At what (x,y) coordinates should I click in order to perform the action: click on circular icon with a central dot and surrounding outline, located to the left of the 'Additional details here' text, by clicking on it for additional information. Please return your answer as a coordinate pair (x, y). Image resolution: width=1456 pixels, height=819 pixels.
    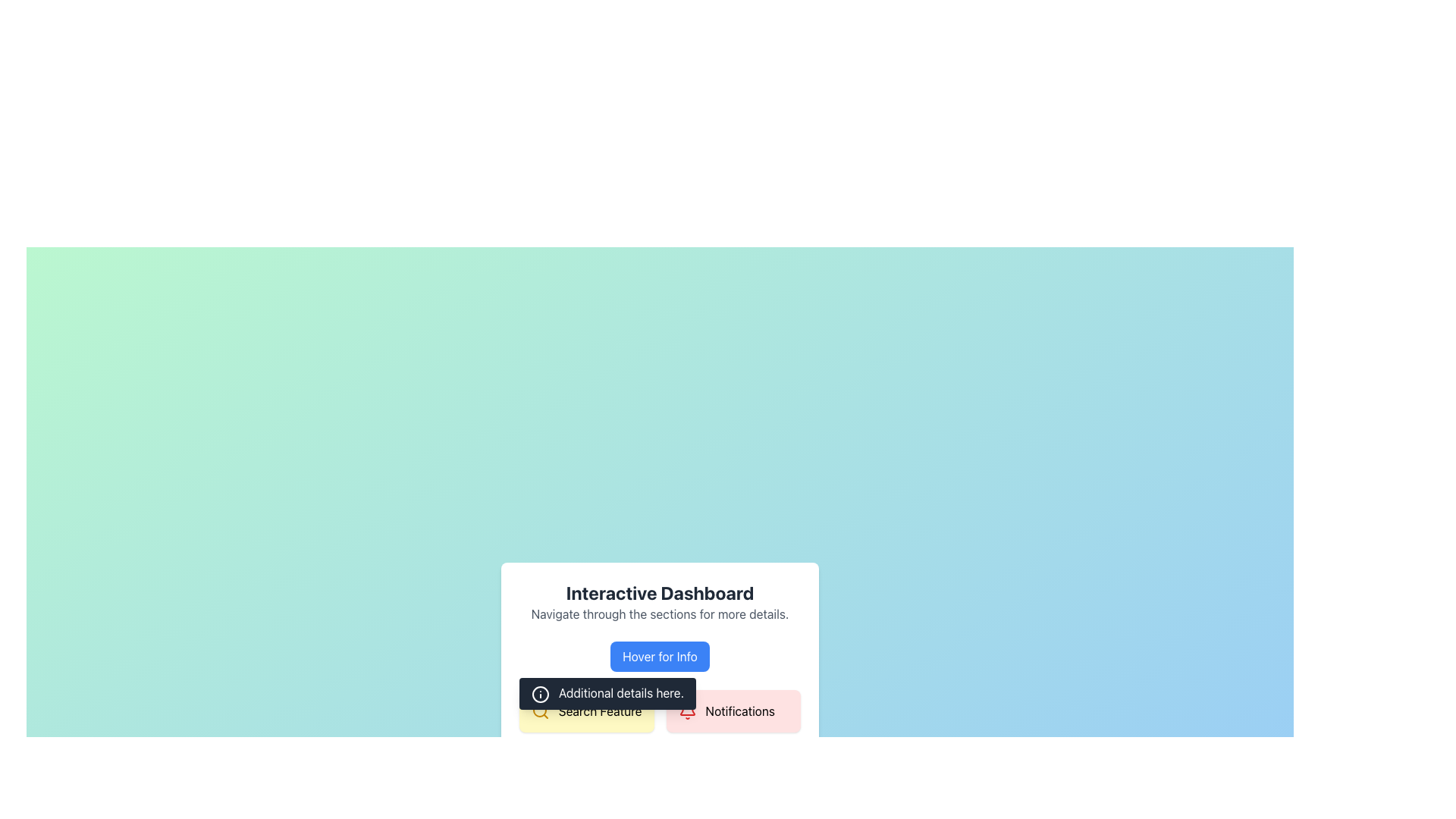
    Looking at the image, I should click on (540, 694).